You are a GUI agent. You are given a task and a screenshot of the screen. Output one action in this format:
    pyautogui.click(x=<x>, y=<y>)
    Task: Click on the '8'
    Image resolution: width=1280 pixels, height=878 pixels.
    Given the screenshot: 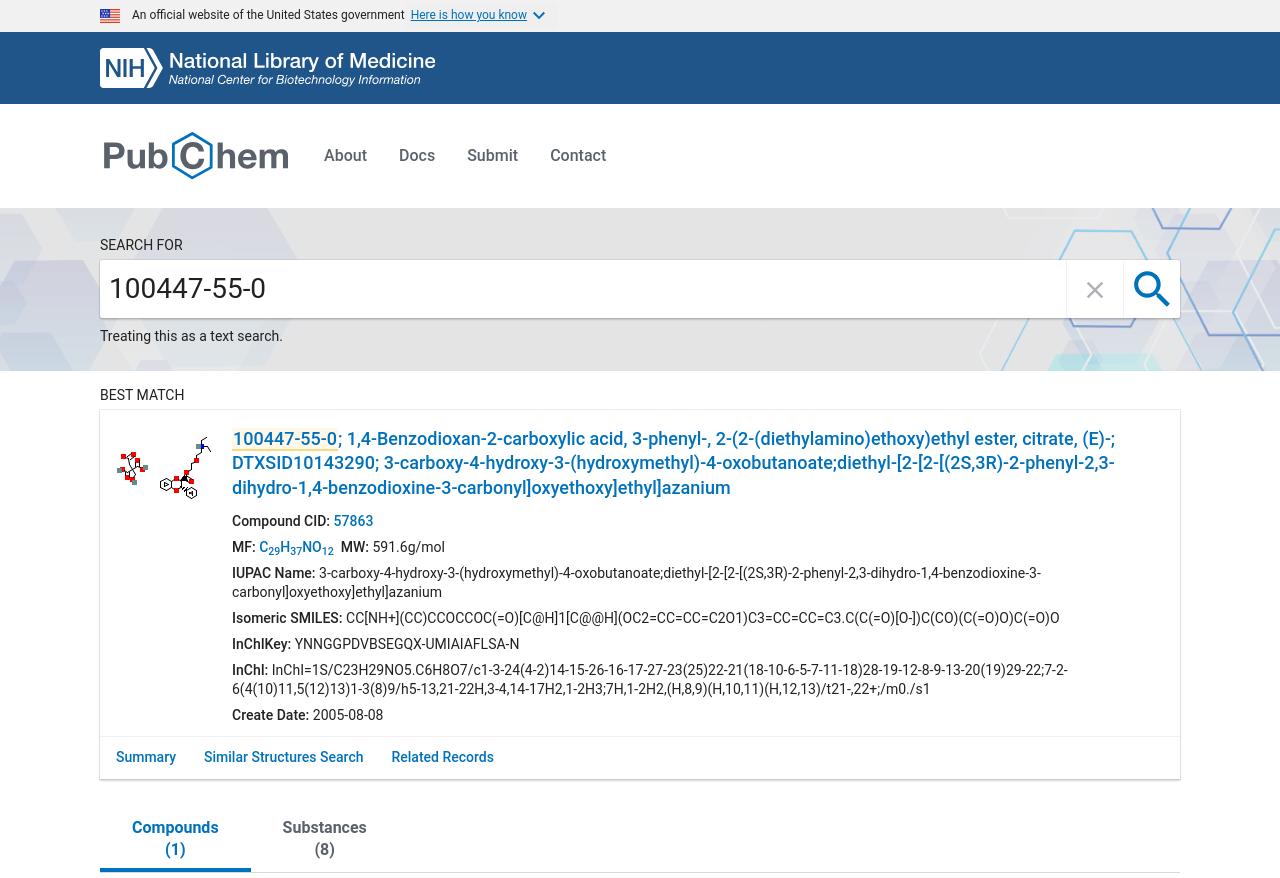 What is the action you would take?
    pyautogui.click(x=324, y=849)
    